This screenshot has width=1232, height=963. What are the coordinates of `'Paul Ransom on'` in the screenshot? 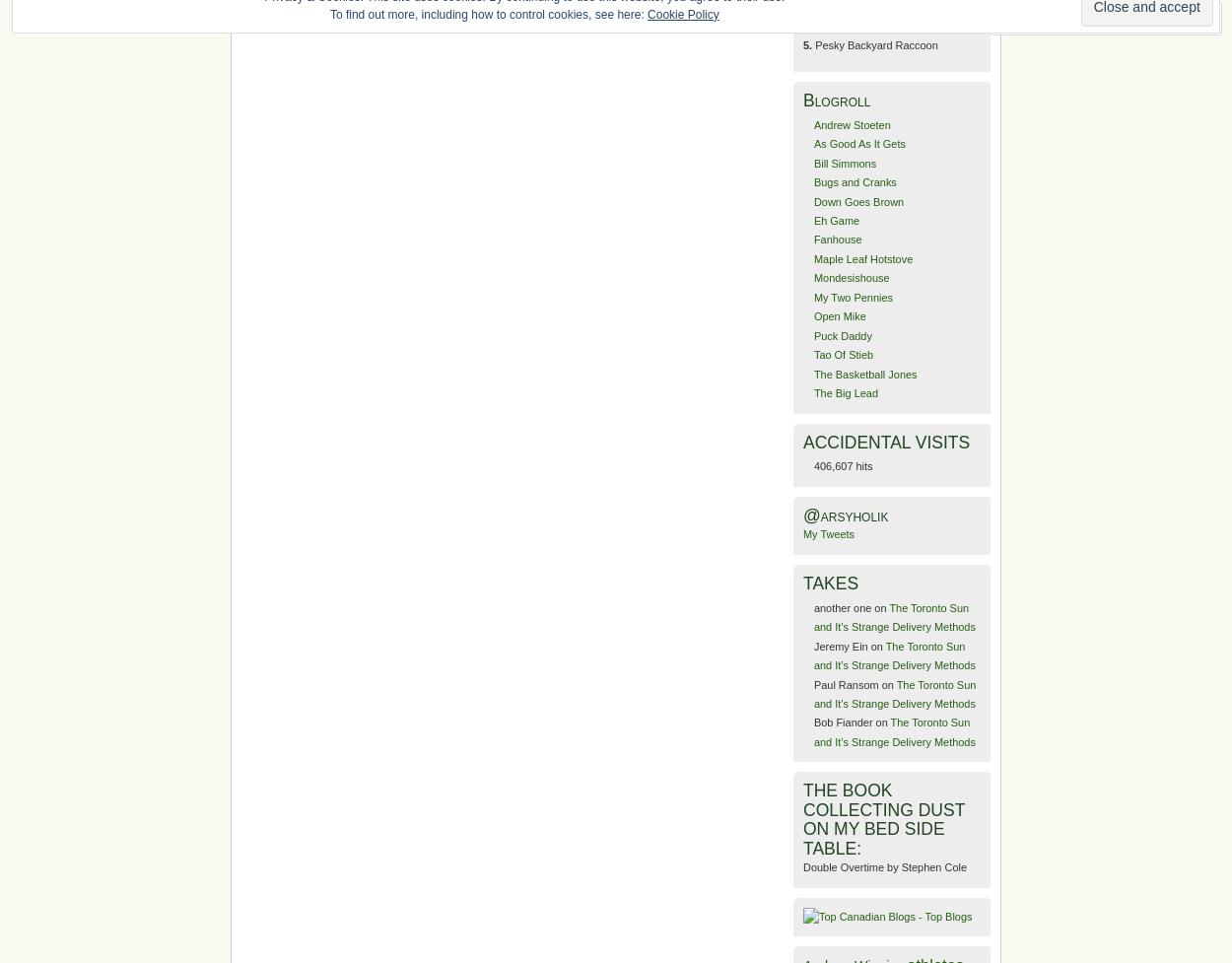 It's located at (854, 683).